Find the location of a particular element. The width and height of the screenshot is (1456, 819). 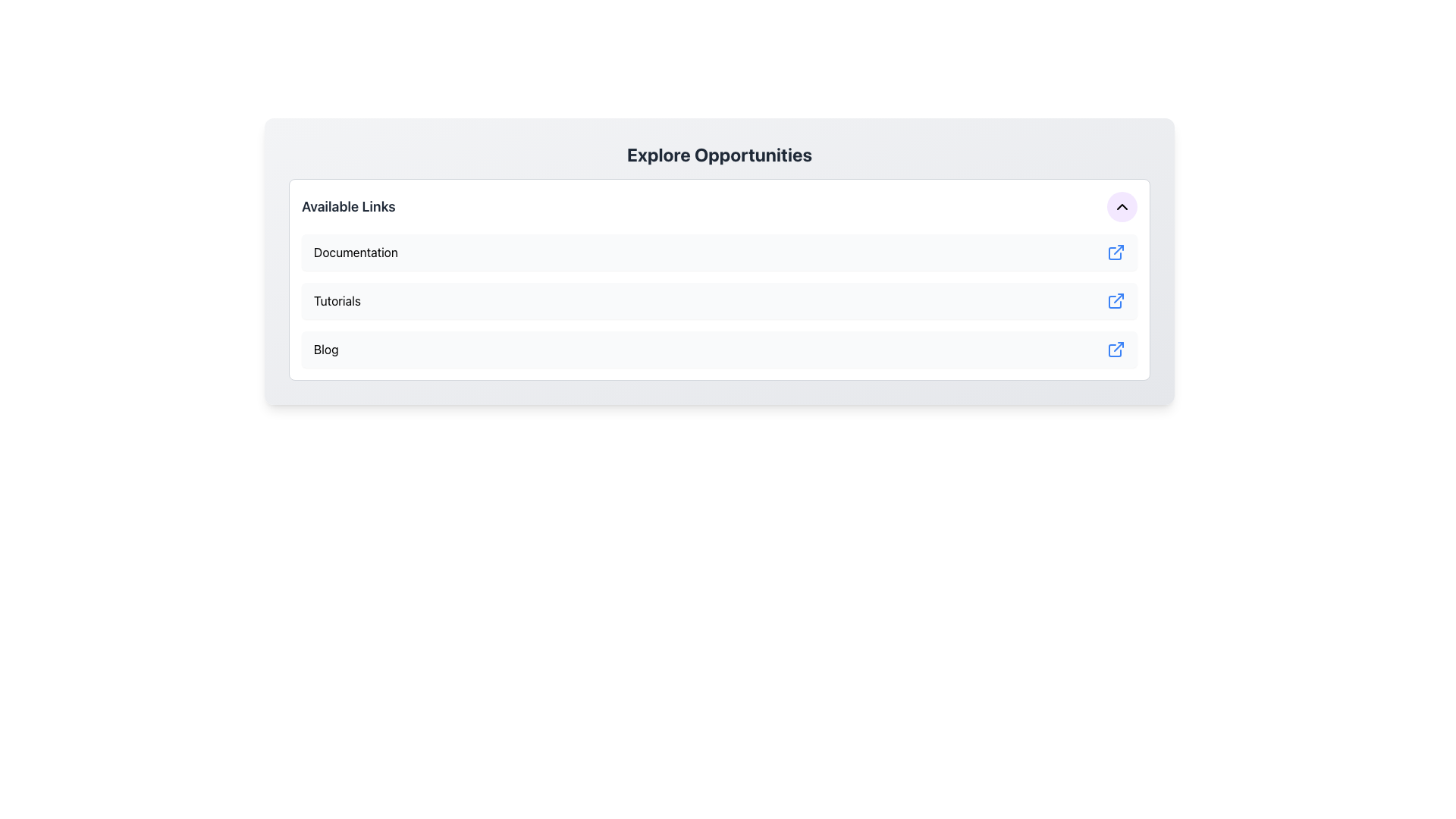

the second external link icon associated with the 'Tutorials' option is located at coordinates (1115, 302).